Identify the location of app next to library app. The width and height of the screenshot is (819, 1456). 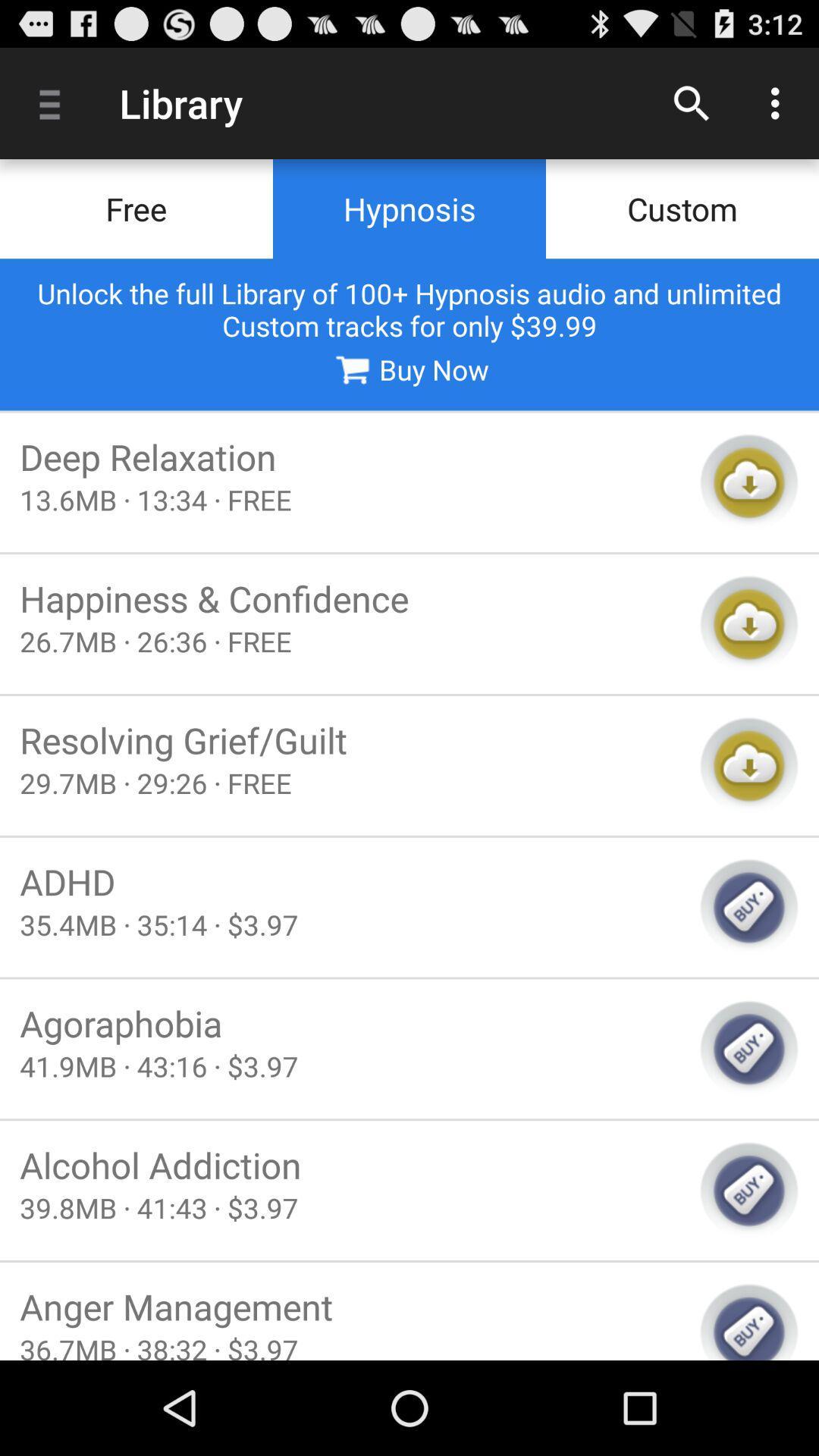
(55, 102).